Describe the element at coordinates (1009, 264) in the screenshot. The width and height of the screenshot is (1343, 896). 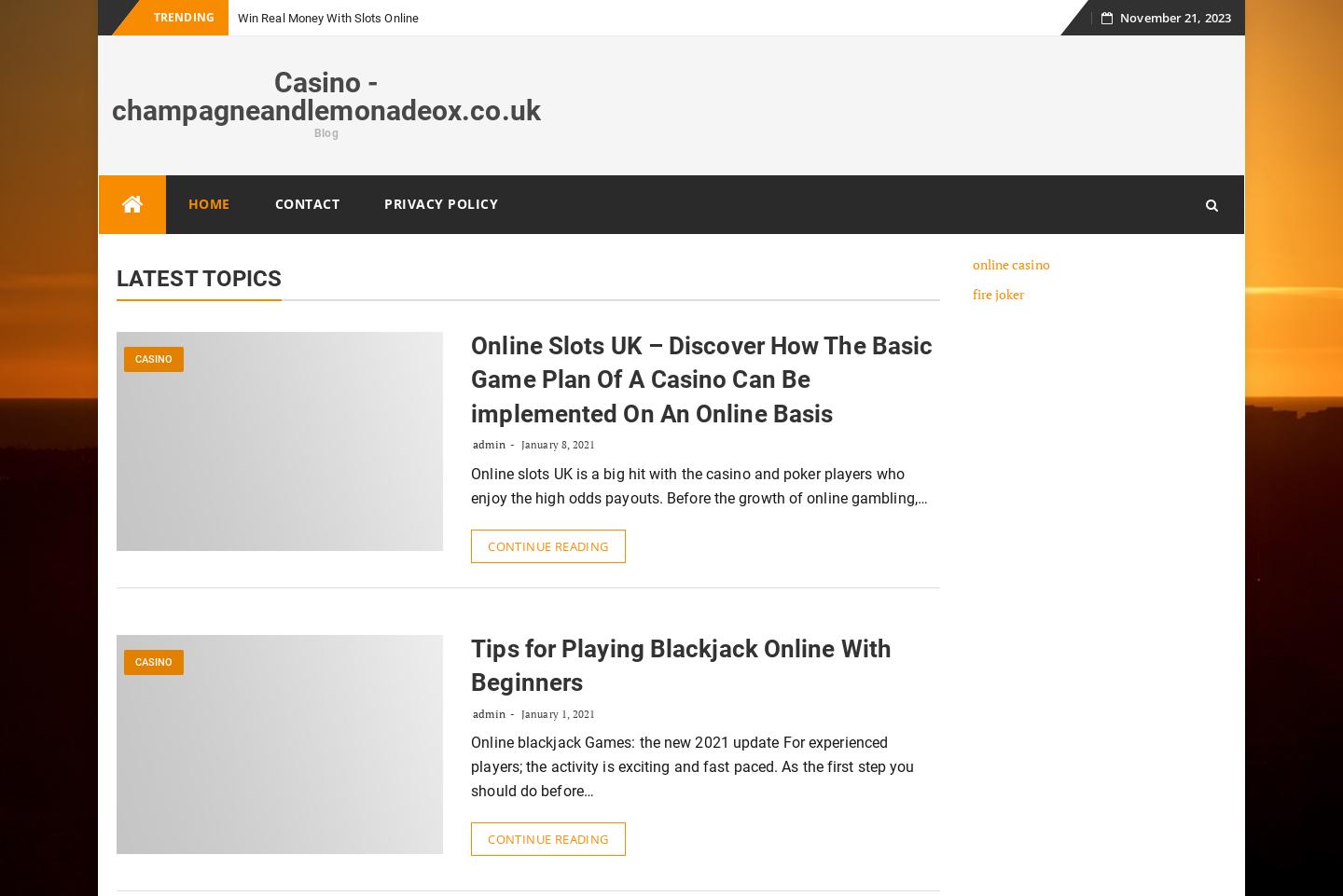
I see `'online casino'` at that location.